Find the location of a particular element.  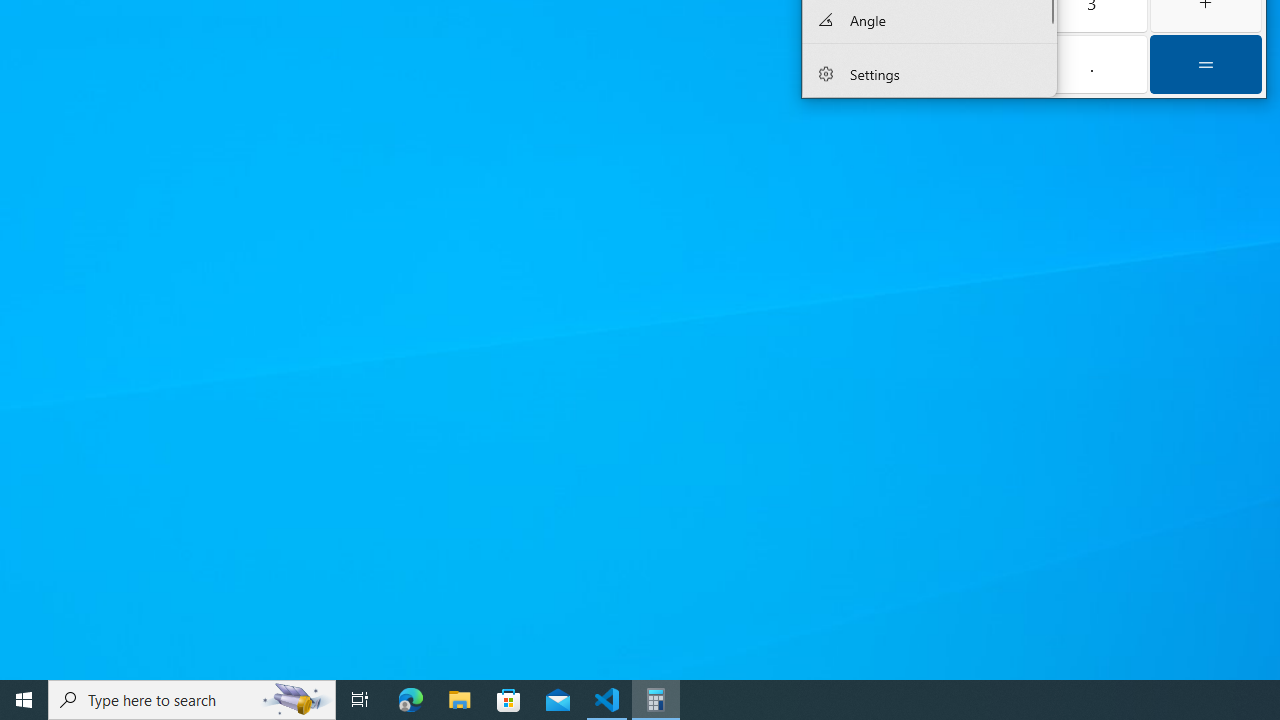

'Start' is located at coordinates (24, 698).